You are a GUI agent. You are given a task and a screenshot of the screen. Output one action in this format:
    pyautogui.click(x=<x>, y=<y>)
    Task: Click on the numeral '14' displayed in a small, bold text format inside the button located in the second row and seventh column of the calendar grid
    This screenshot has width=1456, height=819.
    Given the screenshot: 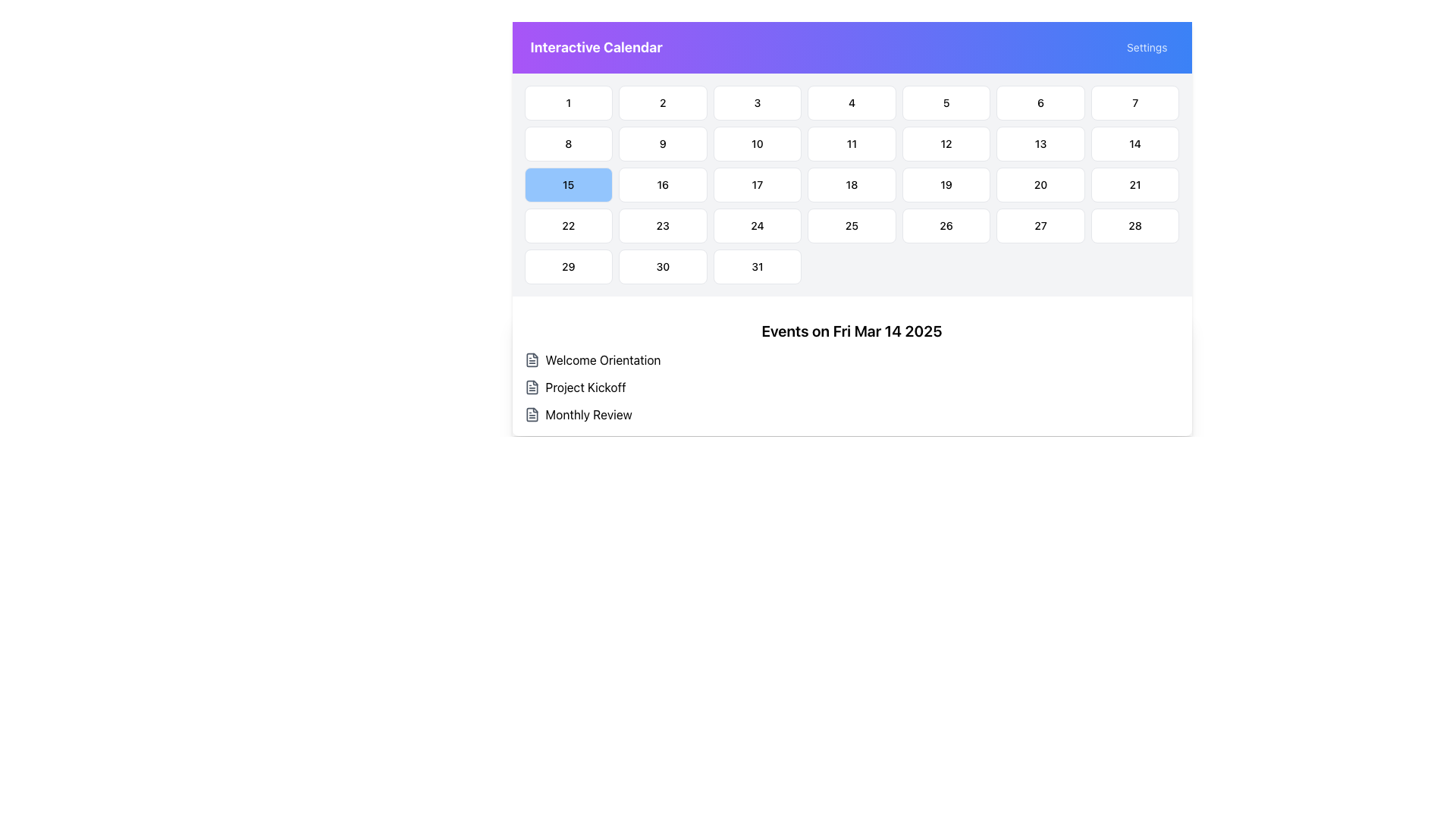 What is the action you would take?
    pyautogui.click(x=1135, y=143)
    